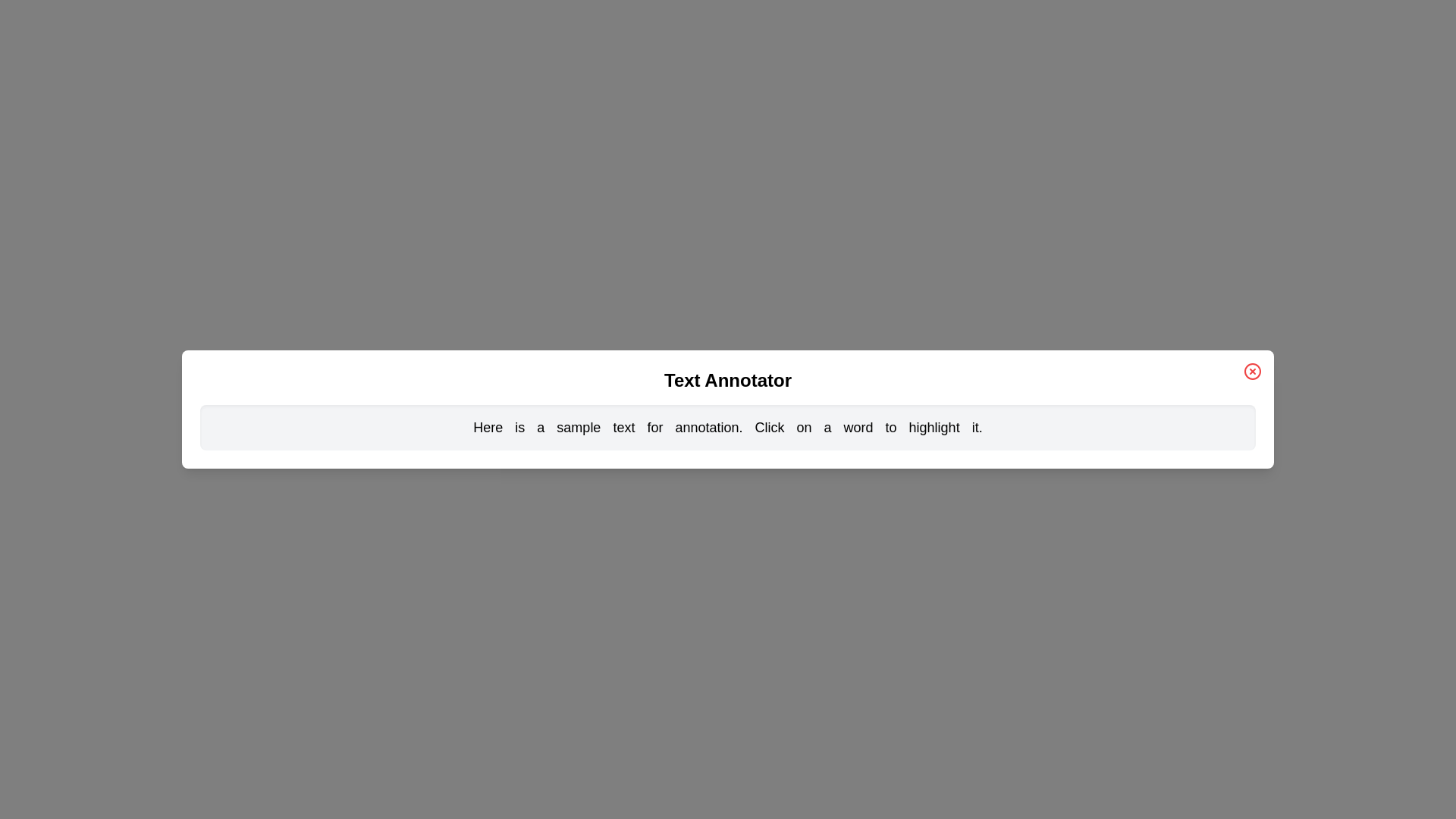 The height and width of the screenshot is (819, 1456). I want to click on the word 'text' to toggle its highlighting, so click(623, 427).